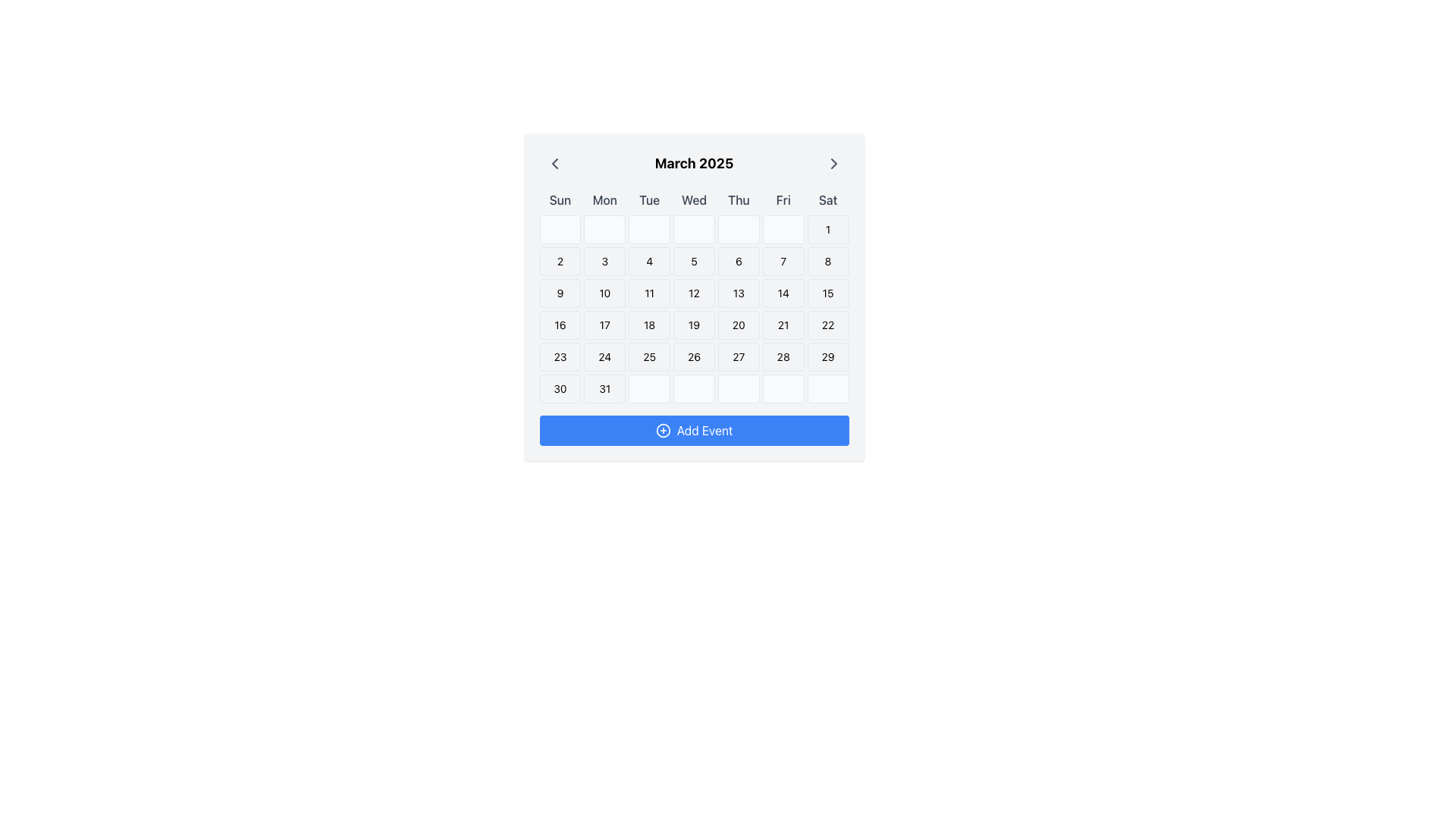 The image size is (1456, 819). I want to click on the button representing the 14th day of March 2025 in the calendar interface, so click(783, 293).